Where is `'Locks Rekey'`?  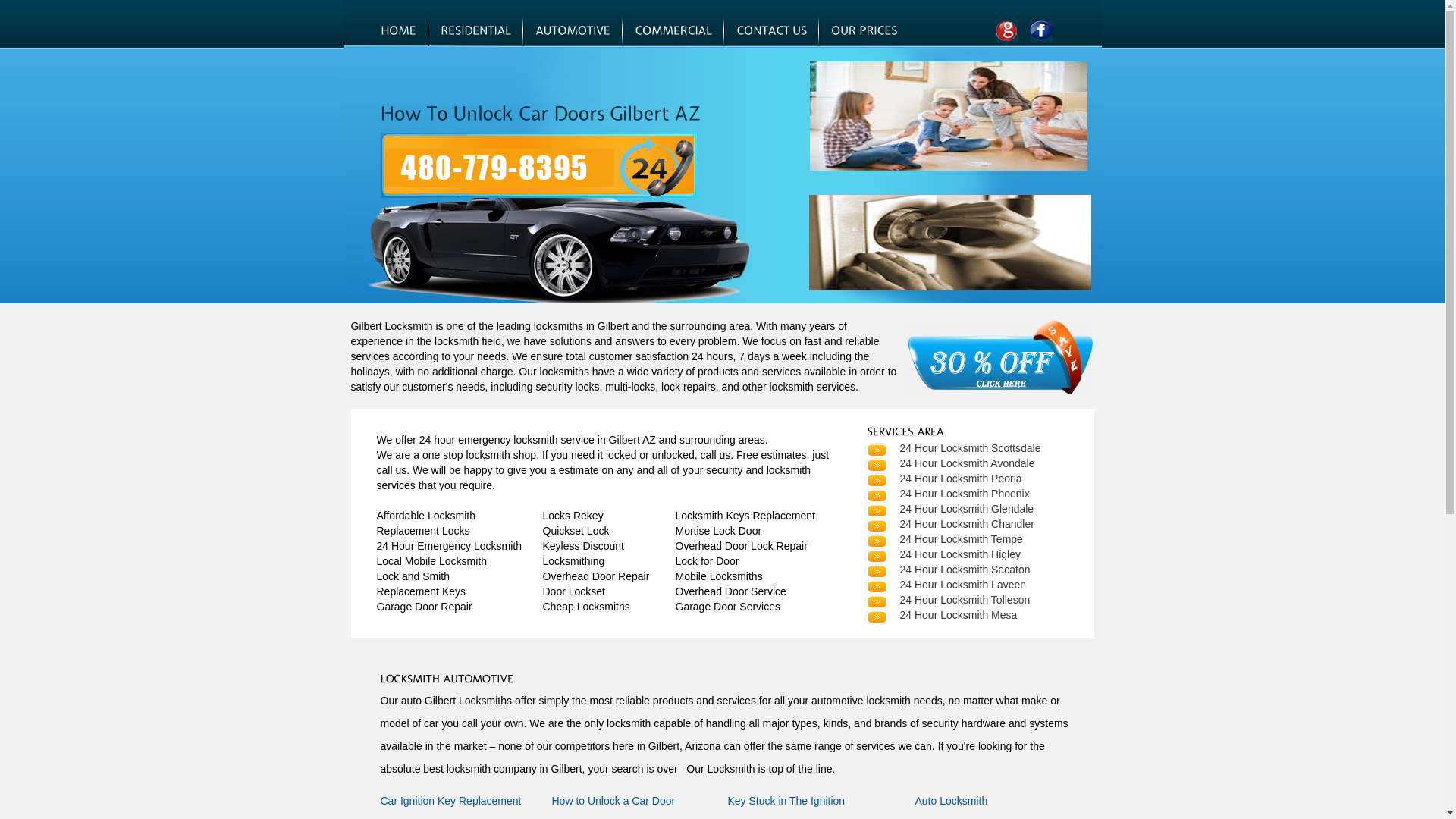 'Locks Rekey' is located at coordinates (573, 514).